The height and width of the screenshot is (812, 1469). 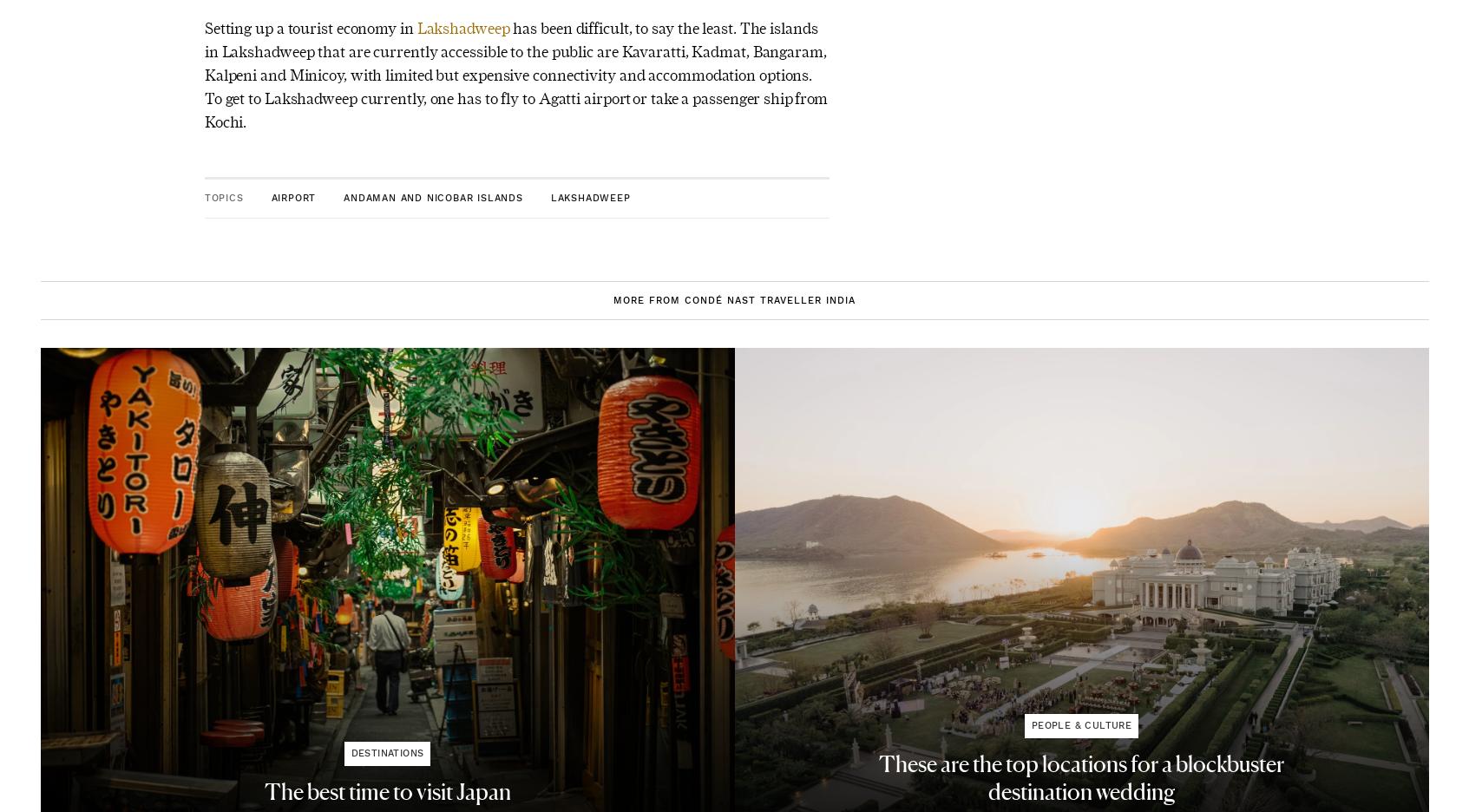 What do you see at coordinates (1081, 777) in the screenshot?
I see `'These are the top locations for a blockbuster destination wedding'` at bounding box center [1081, 777].